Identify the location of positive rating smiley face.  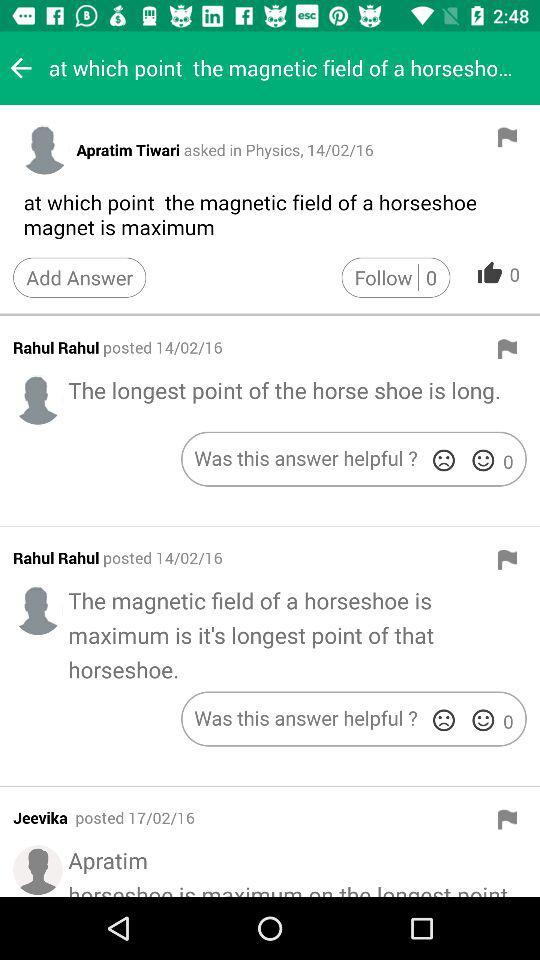
(482, 720).